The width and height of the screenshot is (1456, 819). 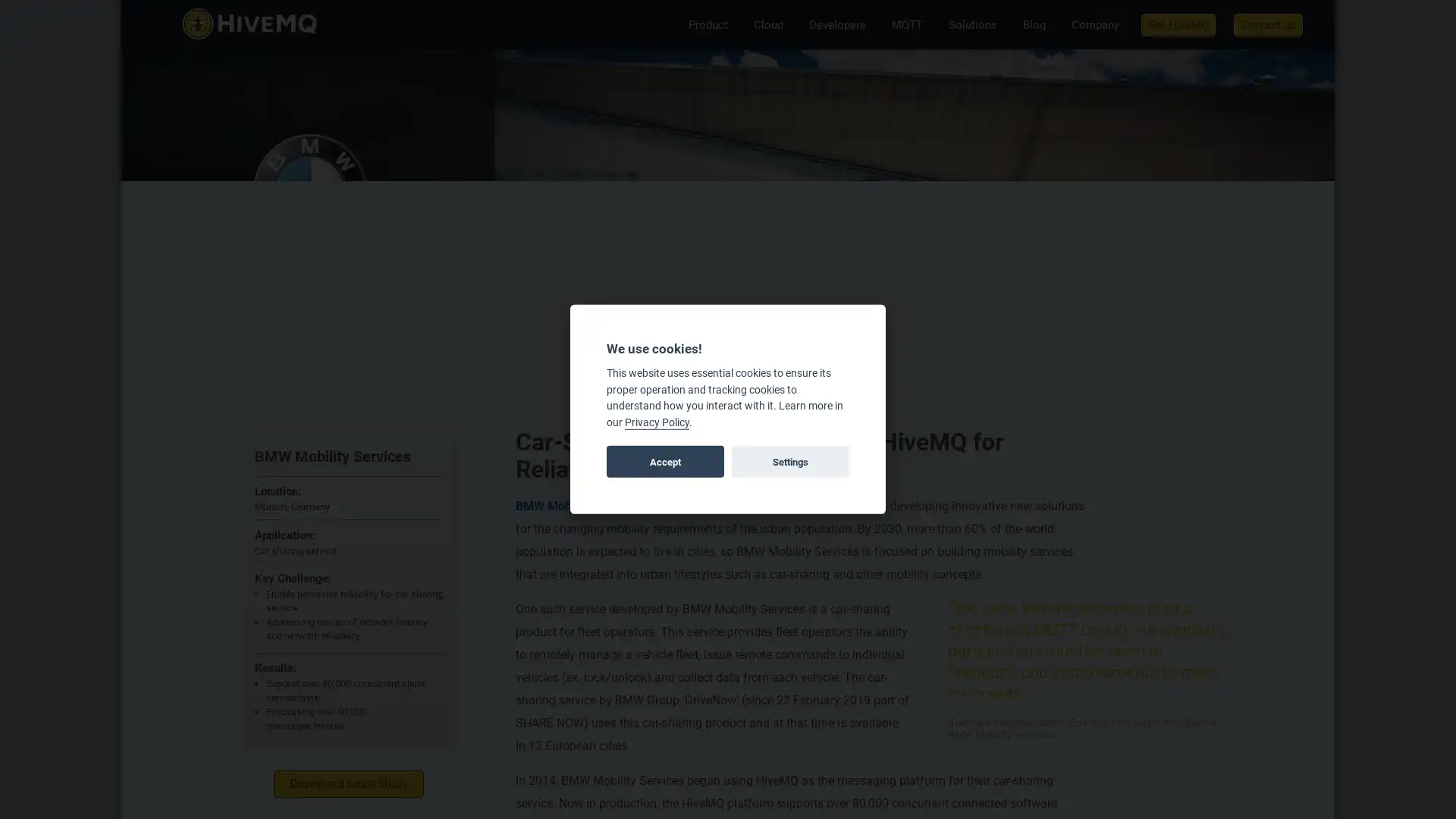 I want to click on Contact us, so click(x=1268, y=24).